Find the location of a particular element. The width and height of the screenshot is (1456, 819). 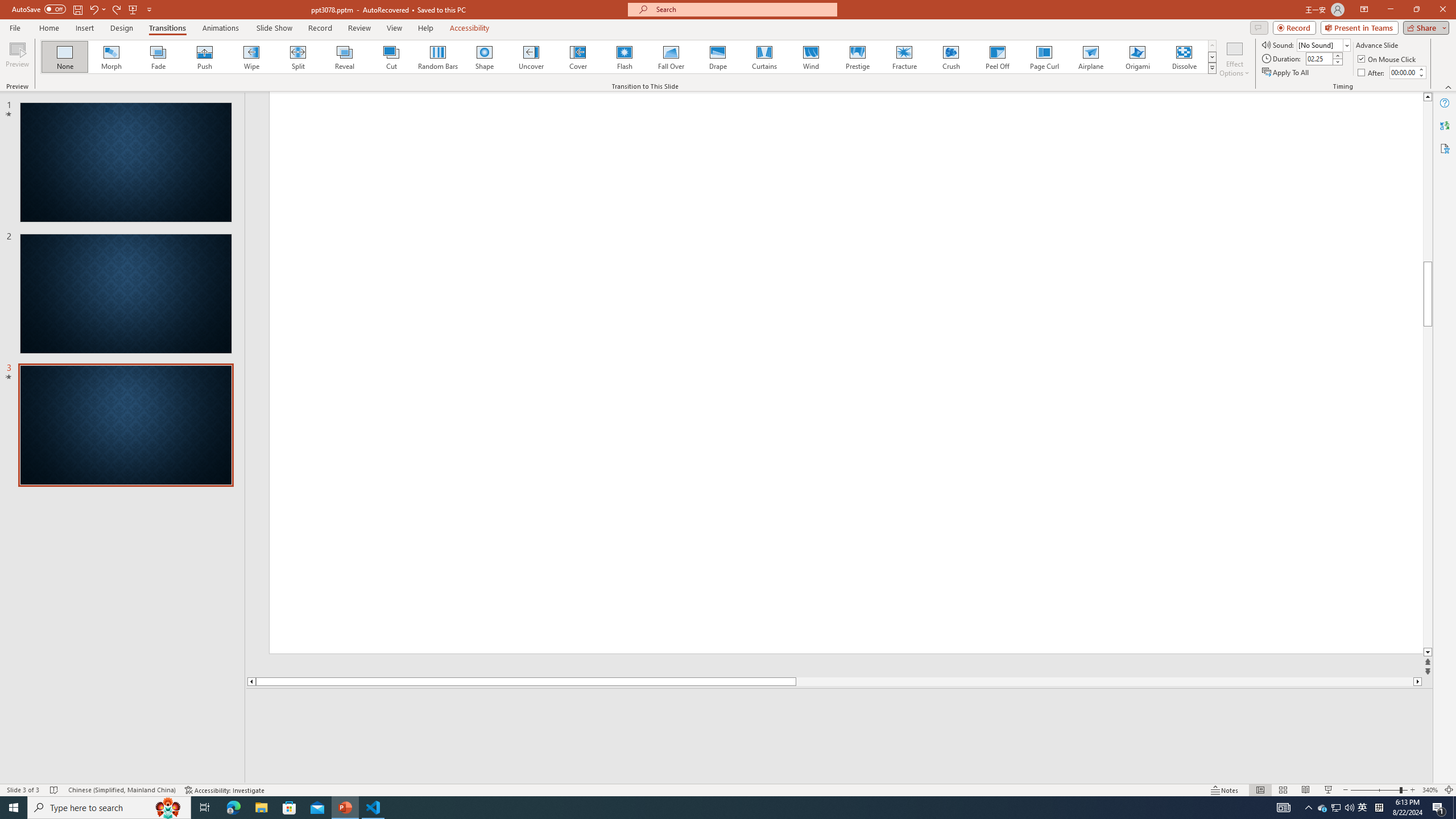

'Slide Notes' is located at coordinates (839, 705).